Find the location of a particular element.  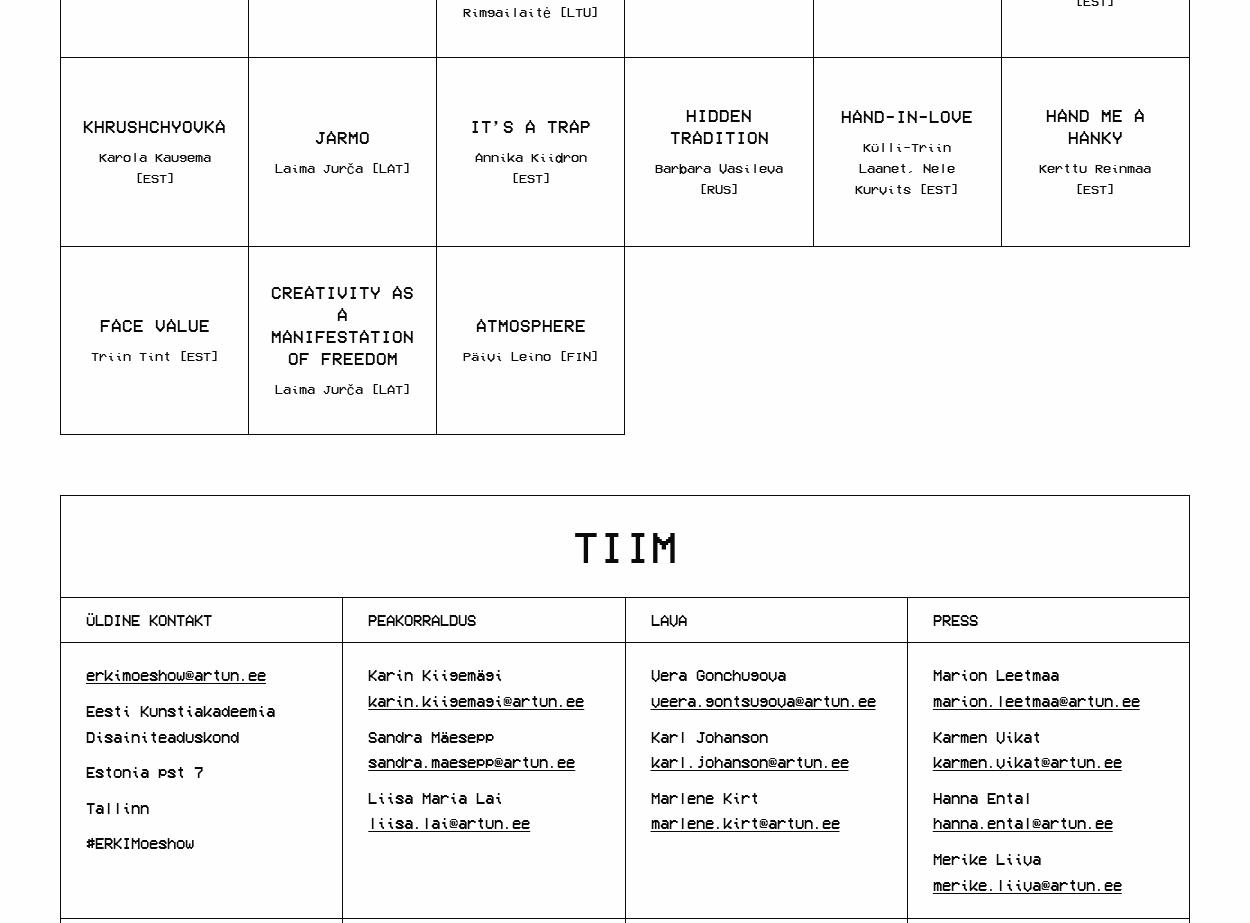

'Tiim' is located at coordinates (625, 544).